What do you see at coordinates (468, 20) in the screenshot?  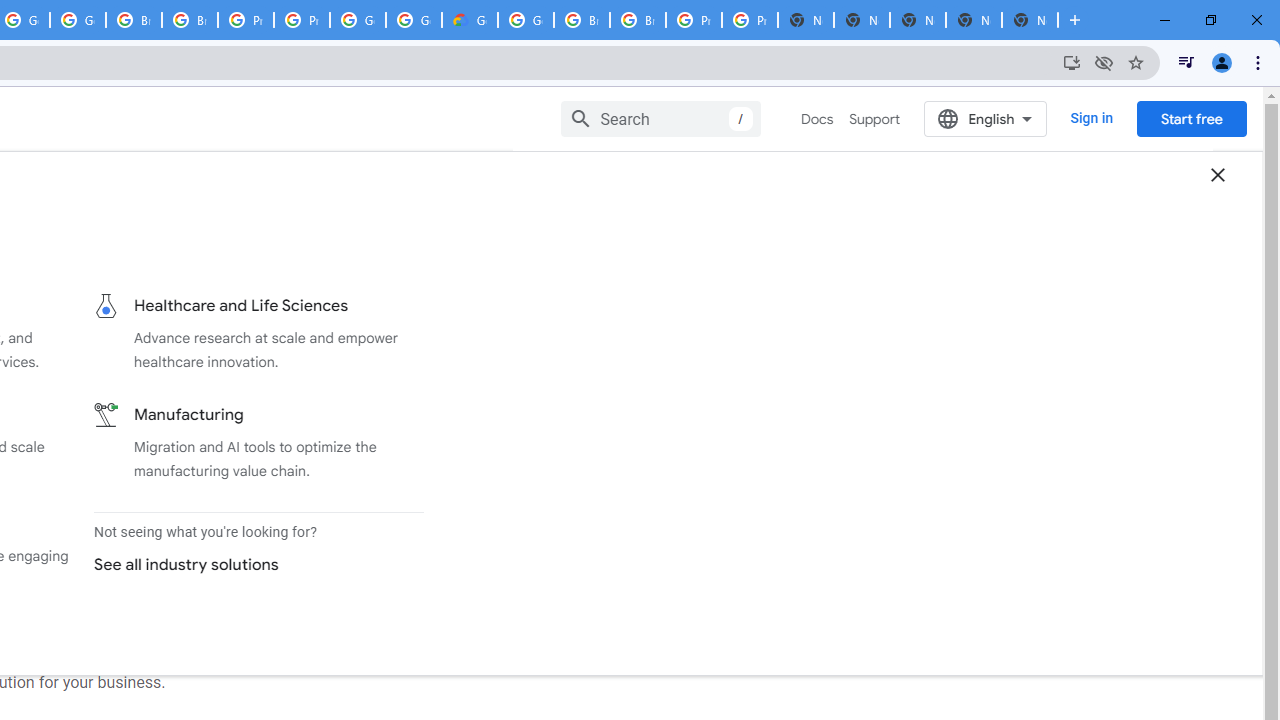 I see `'Google Cloud Estimate Summary'` at bounding box center [468, 20].